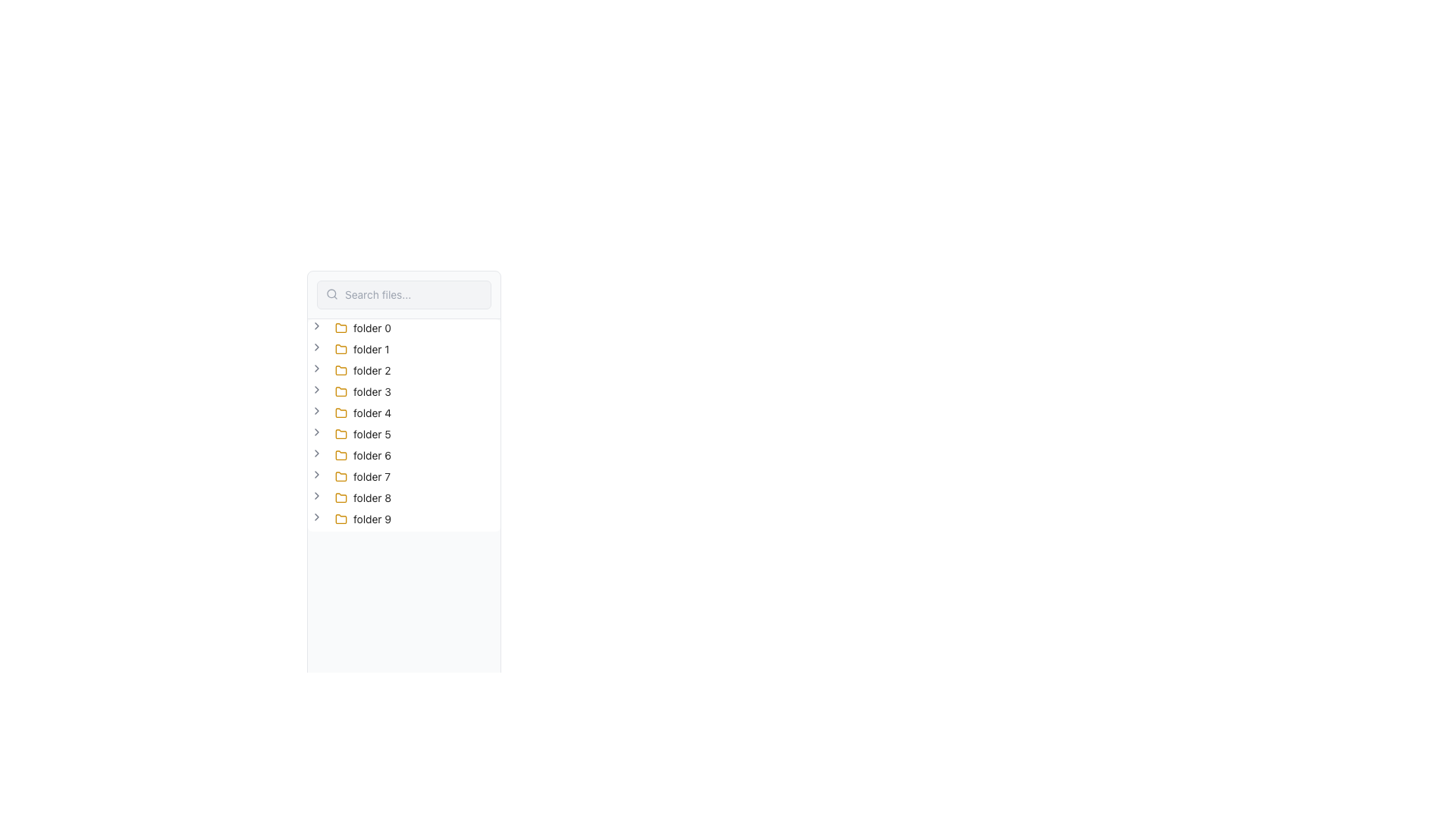 The width and height of the screenshot is (1456, 819). What do you see at coordinates (361, 350) in the screenshot?
I see `the tree item representing the folder labeled 'folder 1', which is styled with a yellow folder icon and is the second item` at bounding box center [361, 350].